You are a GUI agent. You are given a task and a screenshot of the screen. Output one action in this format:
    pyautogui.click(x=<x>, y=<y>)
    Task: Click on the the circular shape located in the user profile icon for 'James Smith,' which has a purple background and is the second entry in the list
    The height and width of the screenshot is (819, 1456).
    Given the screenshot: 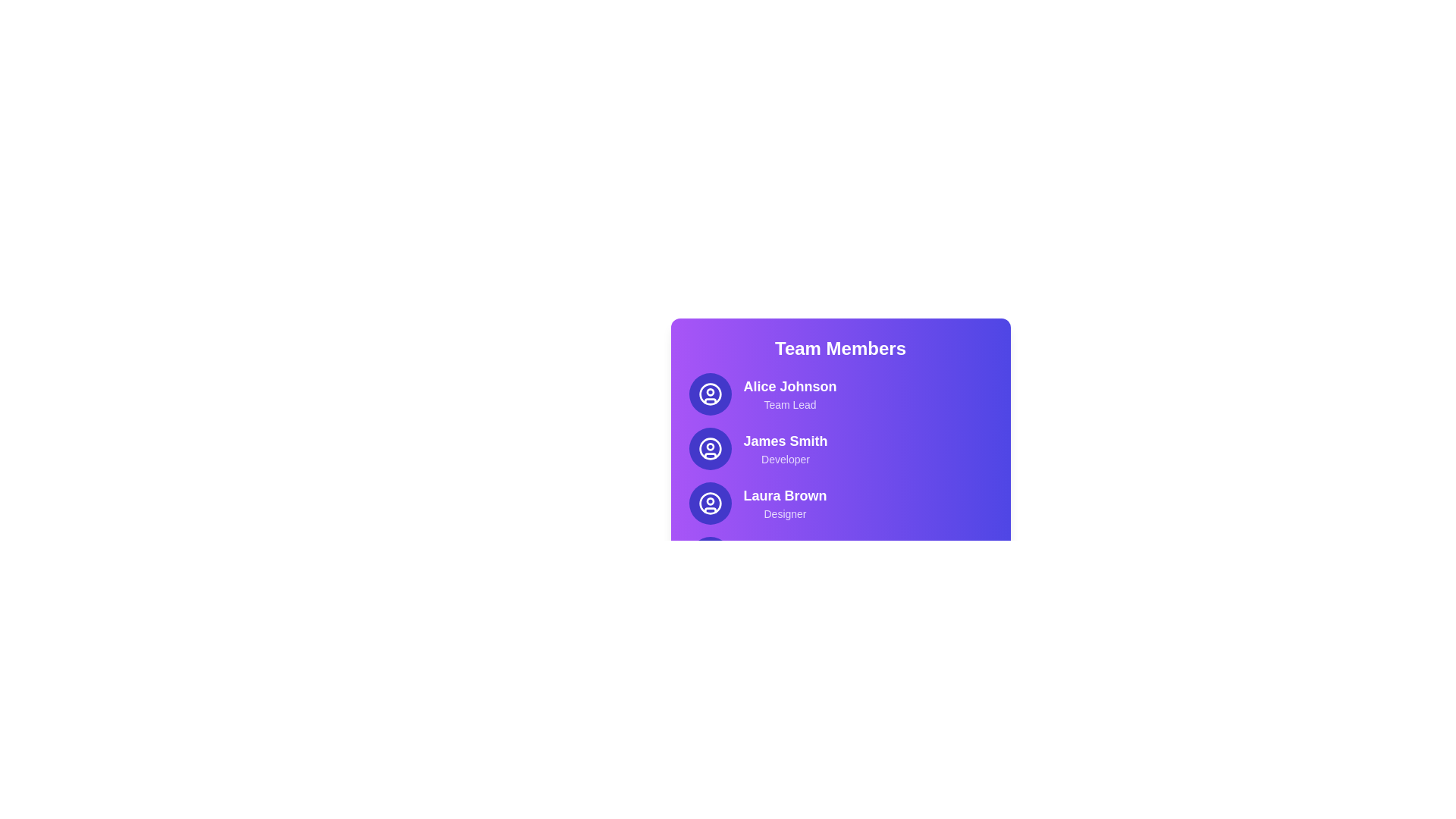 What is the action you would take?
    pyautogui.click(x=709, y=447)
    